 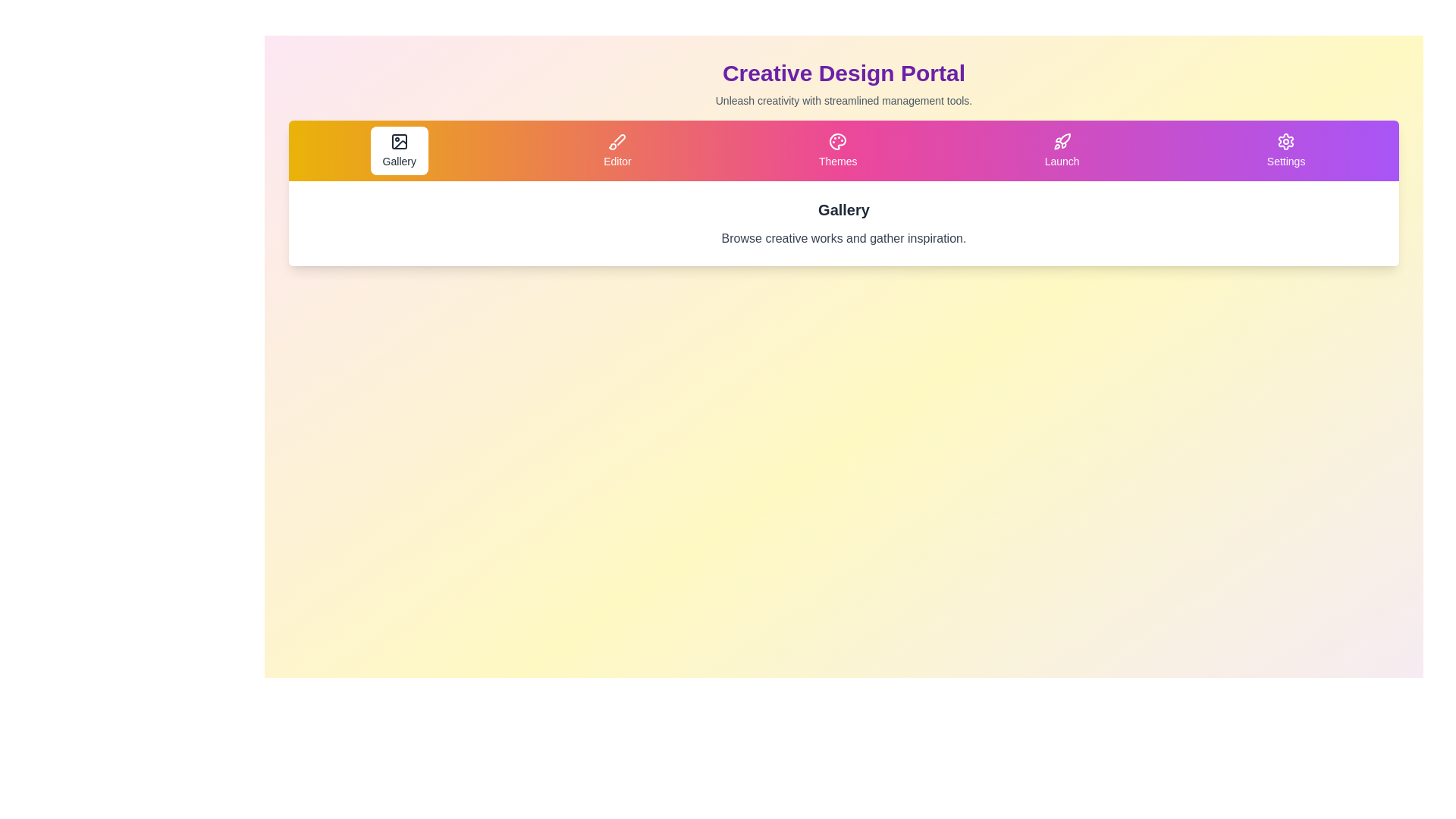 What do you see at coordinates (843, 239) in the screenshot?
I see `the text element reading 'Browse creative works and gather inspiration.' which is styled with a gray font and positioned below the 'Gallery' heading` at bounding box center [843, 239].